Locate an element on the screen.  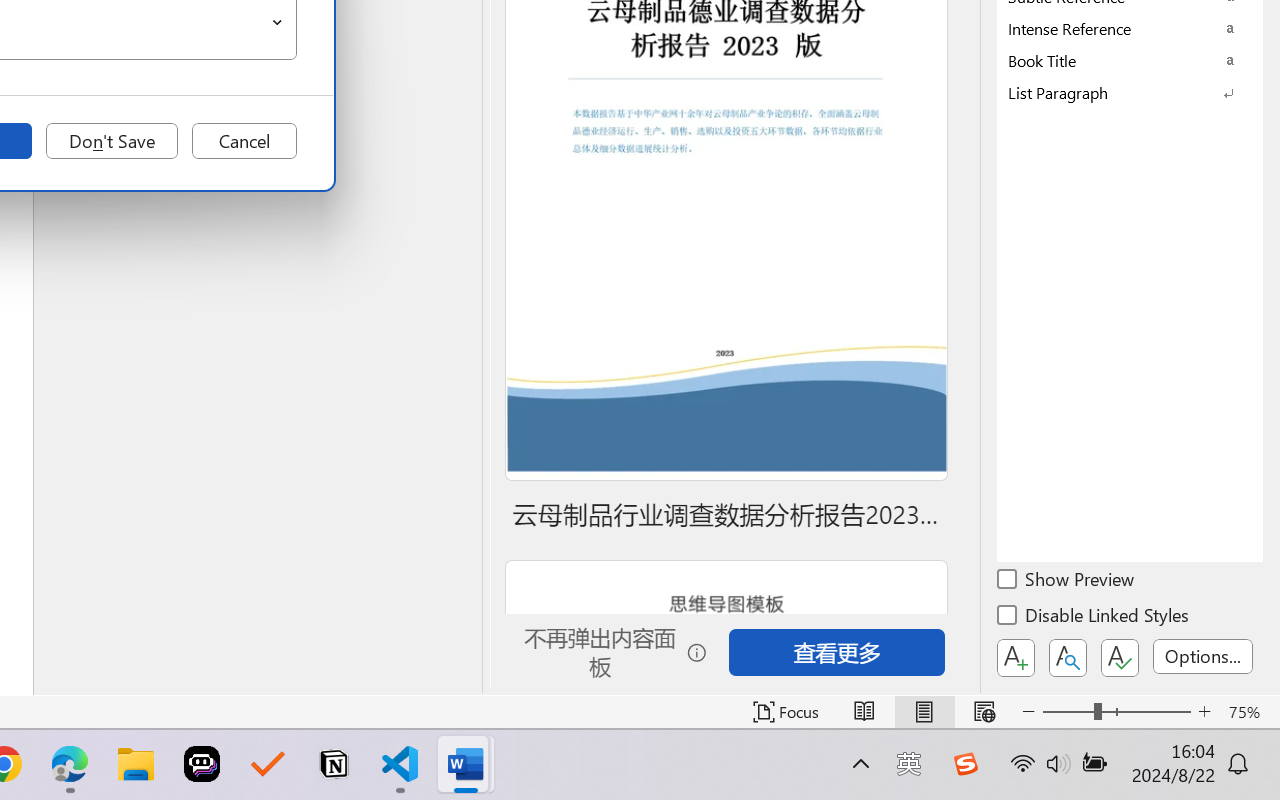
'Focus ' is located at coordinates (785, 711).